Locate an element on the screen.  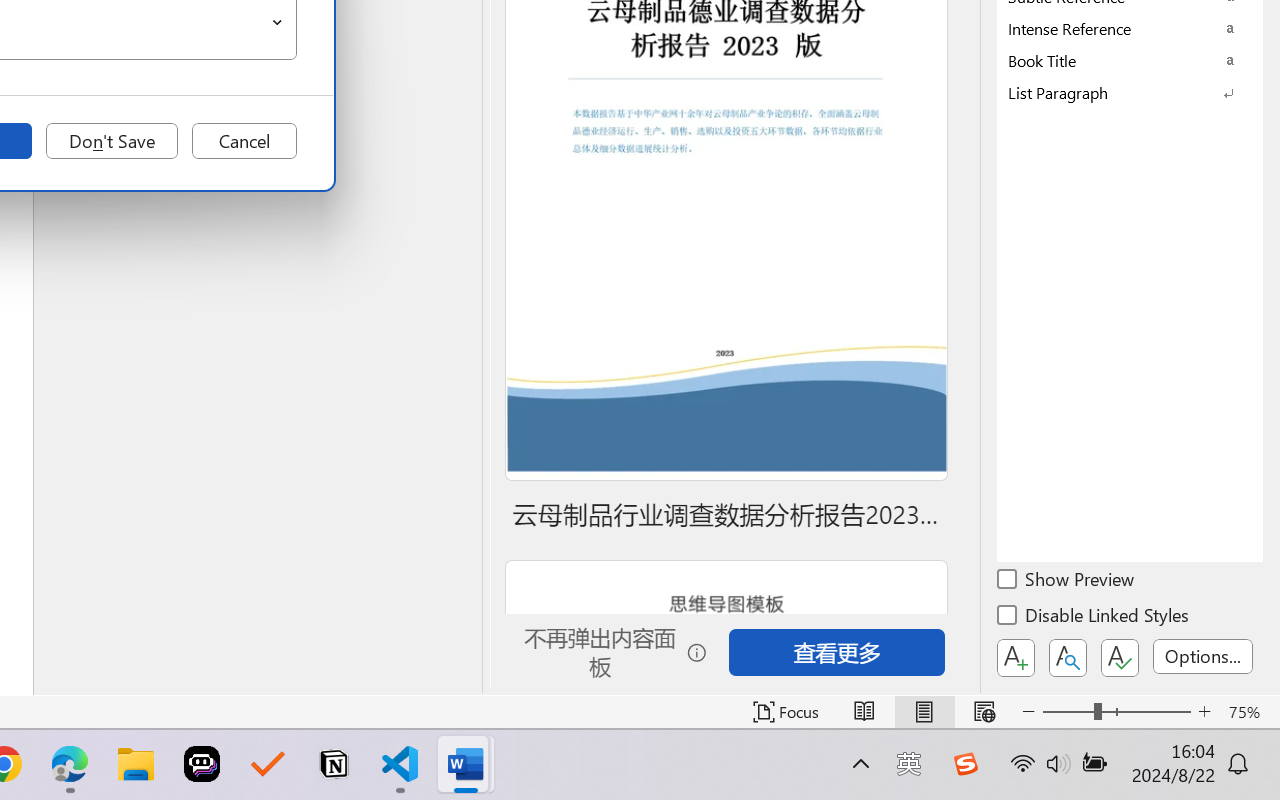
'Focus ' is located at coordinates (785, 711).